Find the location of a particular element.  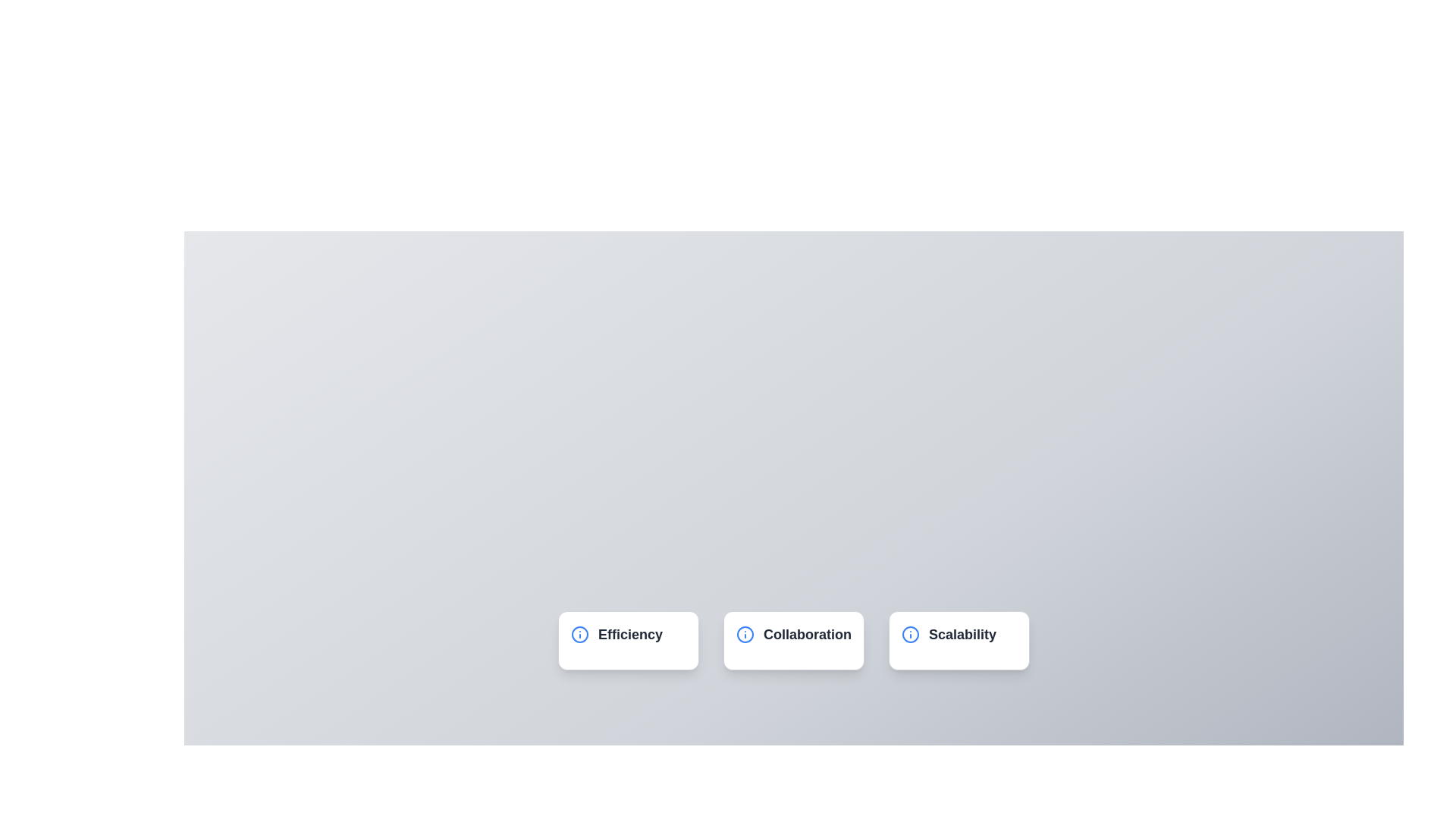

the decorative or informative icon that is positioned directly to the left of the text label 'Collaboration' is located at coordinates (745, 635).